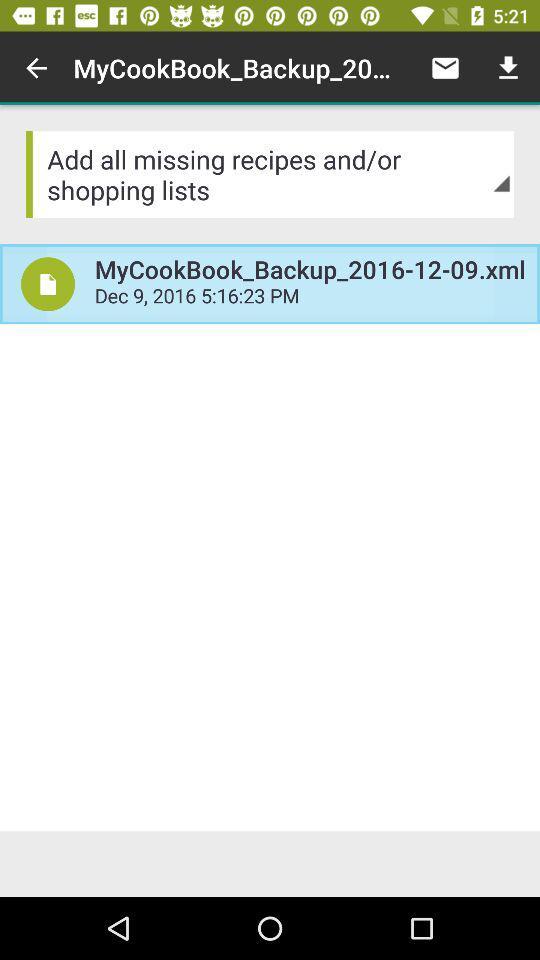 The width and height of the screenshot is (540, 960). Describe the element at coordinates (48, 283) in the screenshot. I see `the item below the add all missing item` at that location.